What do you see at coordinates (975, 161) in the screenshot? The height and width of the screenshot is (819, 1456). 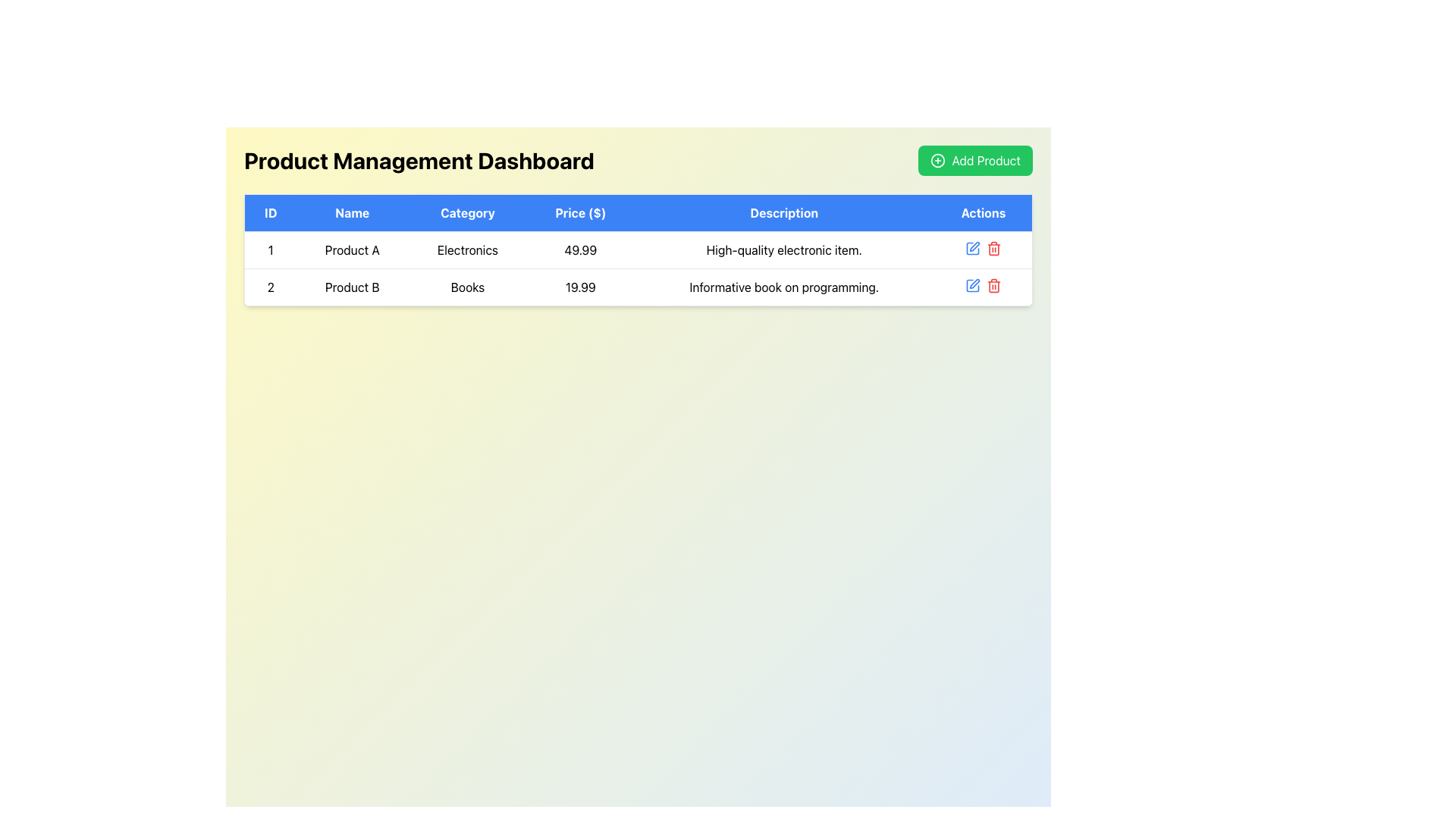 I see `the 'Add Product' button located at the far right end of the header area labeled 'Product Management Dashboard'` at bounding box center [975, 161].